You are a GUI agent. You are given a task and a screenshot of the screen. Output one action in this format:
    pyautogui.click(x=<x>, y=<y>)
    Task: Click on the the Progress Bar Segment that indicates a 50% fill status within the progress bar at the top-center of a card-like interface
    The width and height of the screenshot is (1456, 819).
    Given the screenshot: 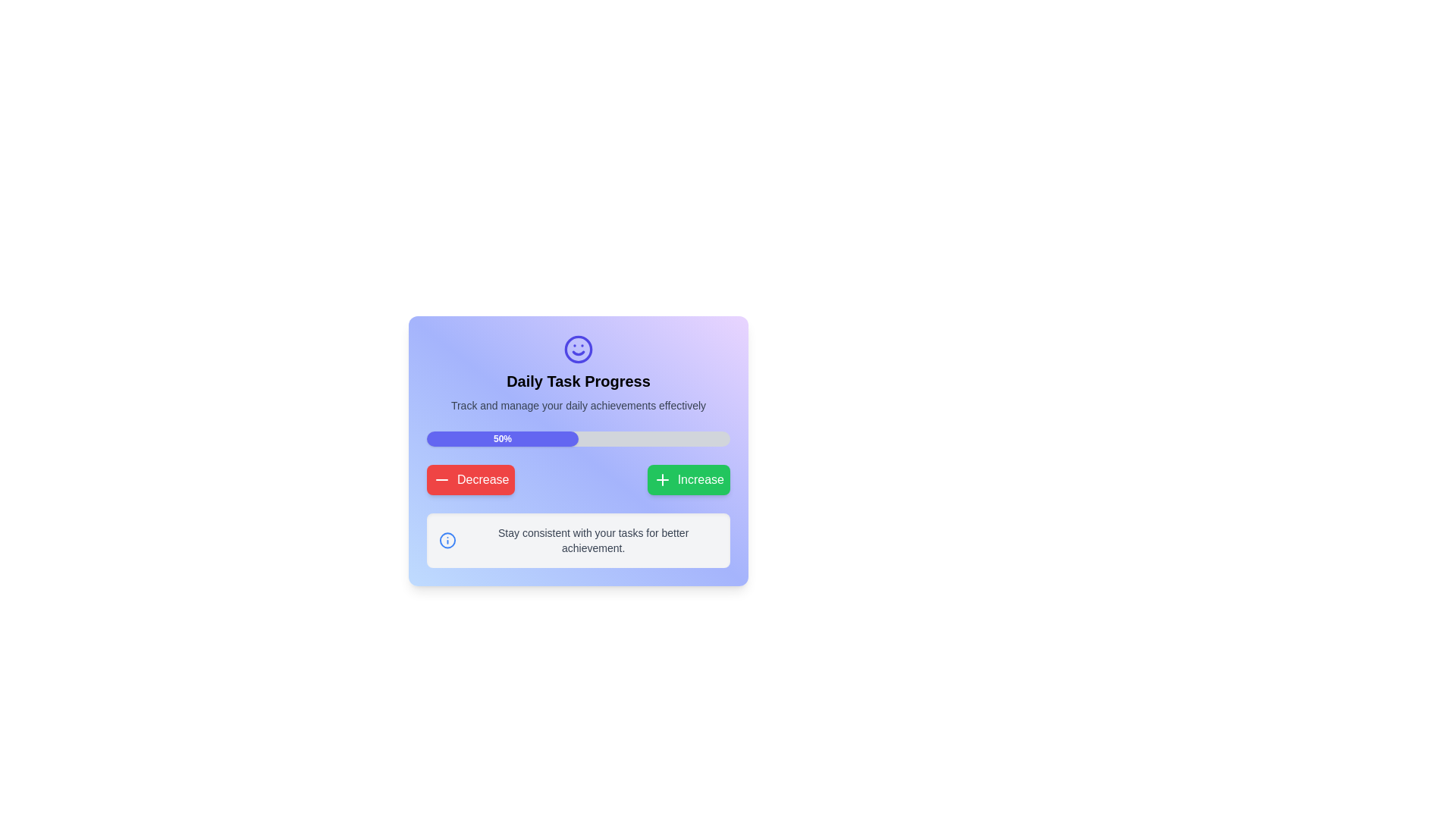 What is the action you would take?
    pyautogui.click(x=502, y=438)
    